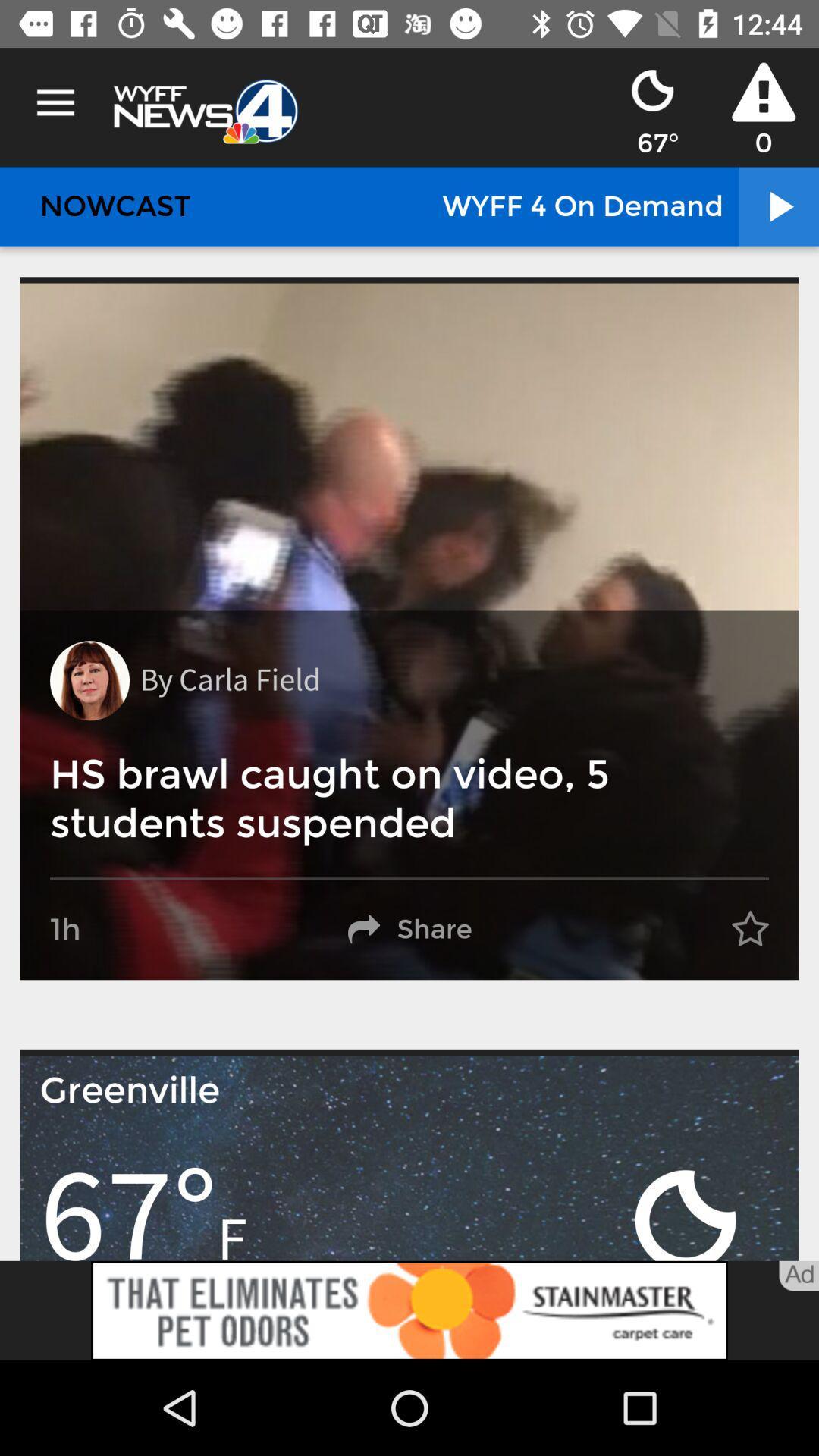 Image resolution: width=819 pixels, height=1456 pixels. I want to click on the menu icon, so click(55, 102).